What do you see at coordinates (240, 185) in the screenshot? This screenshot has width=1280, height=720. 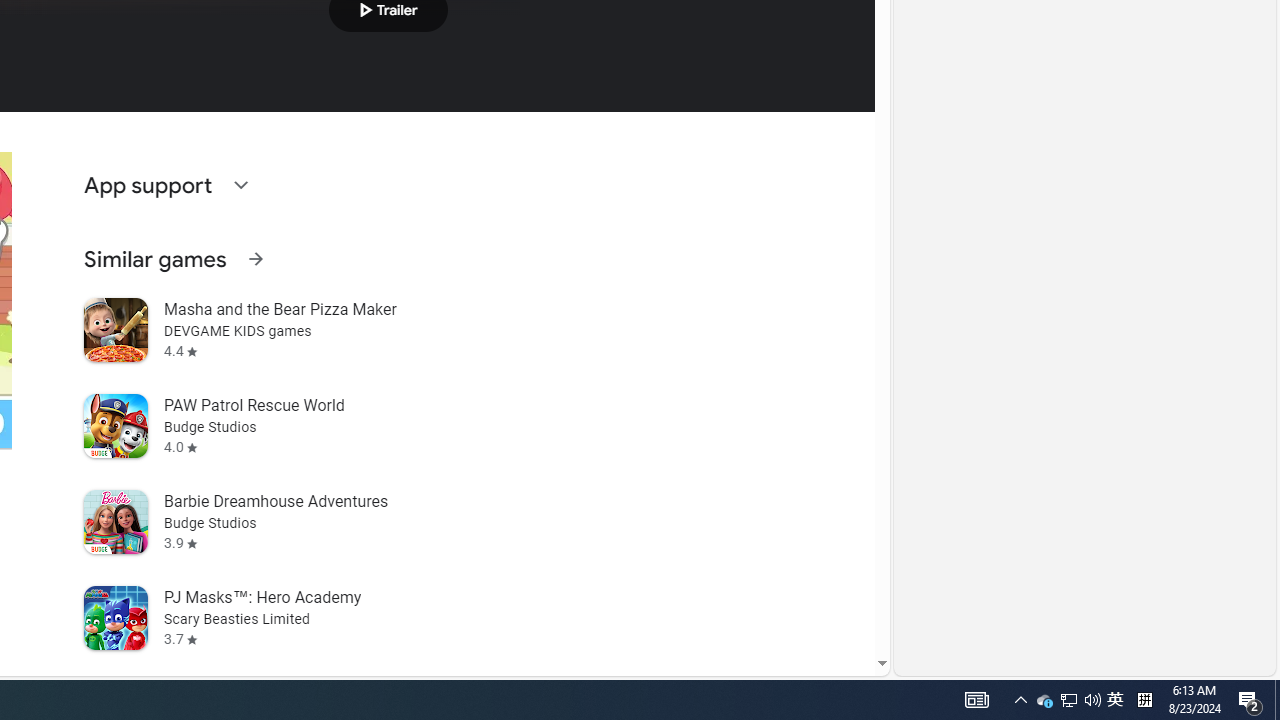 I see `'Expand'` at bounding box center [240, 185].